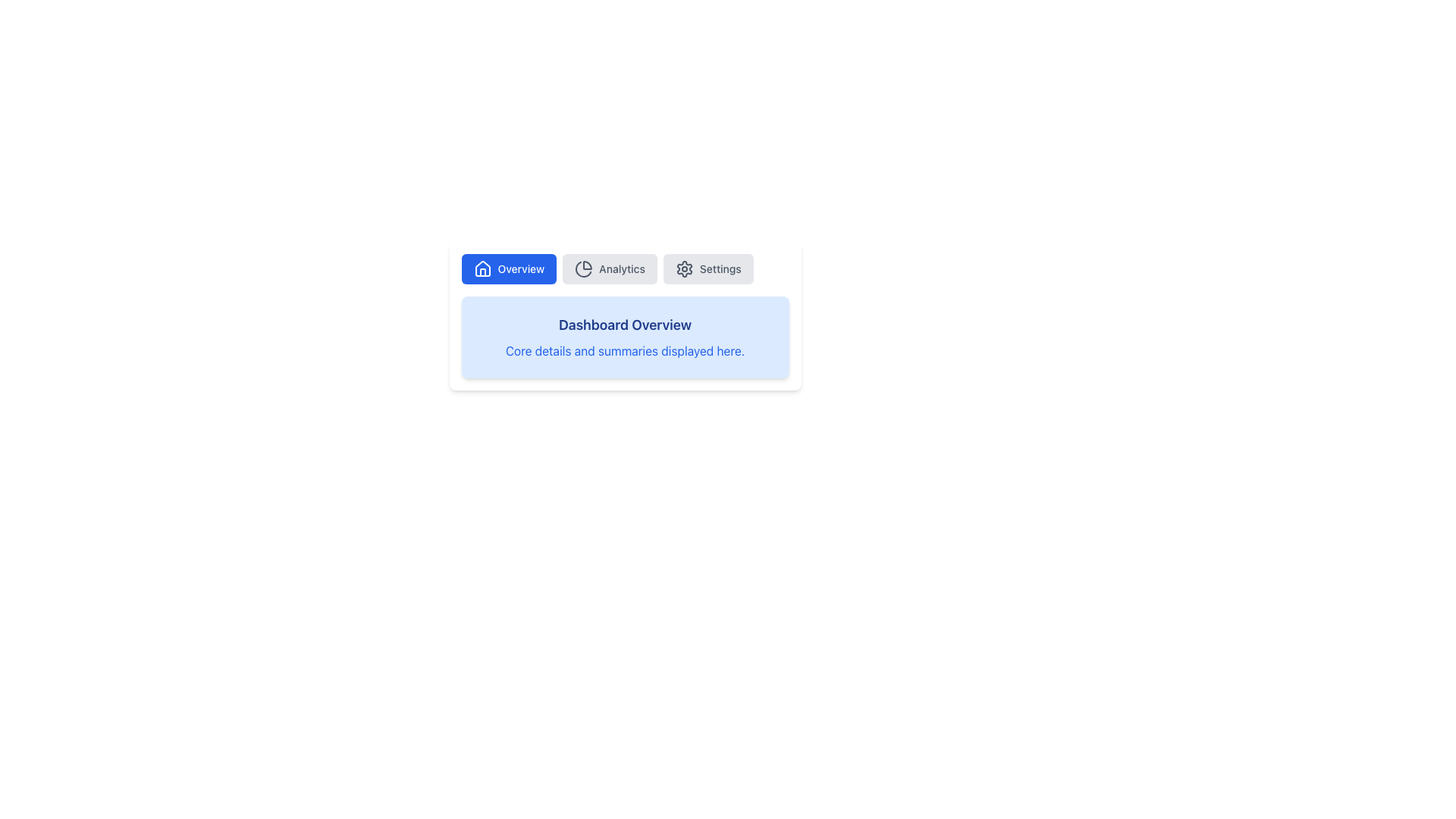 This screenshot has height=819, width=1456. Describe the element at coordinates (587, 265) in the screenshot. I see `the upper-right segment of the pie chart icon, which is part of the navigation icons adjacent to the 'Analytics' button` at that location.